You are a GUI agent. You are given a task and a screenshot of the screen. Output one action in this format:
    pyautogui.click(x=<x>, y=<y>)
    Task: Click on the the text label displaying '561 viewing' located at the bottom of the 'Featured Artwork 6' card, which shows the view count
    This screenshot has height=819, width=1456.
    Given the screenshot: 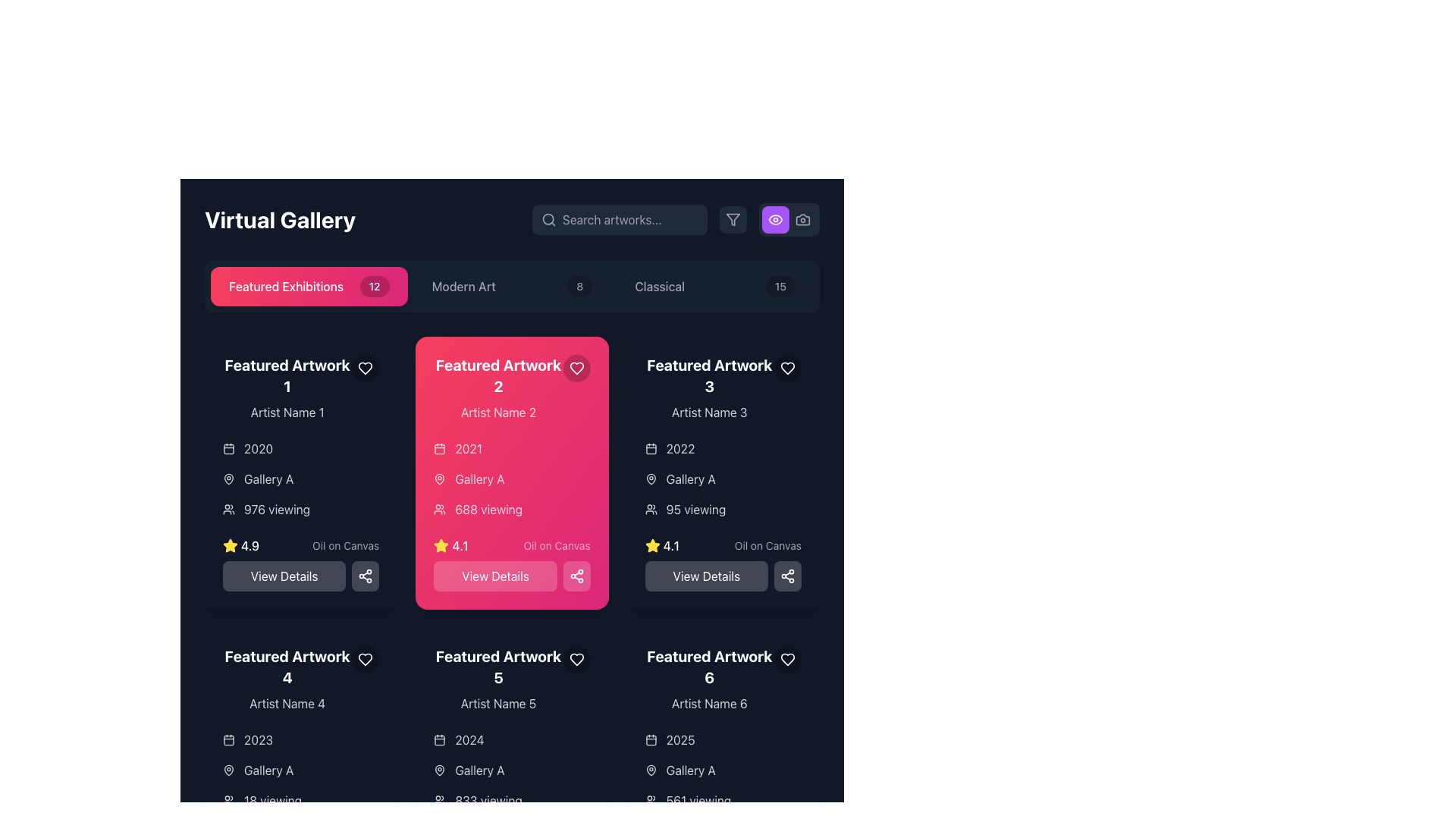 What is the action you would take?
    pyautogui.click(x=698, y=800)
    